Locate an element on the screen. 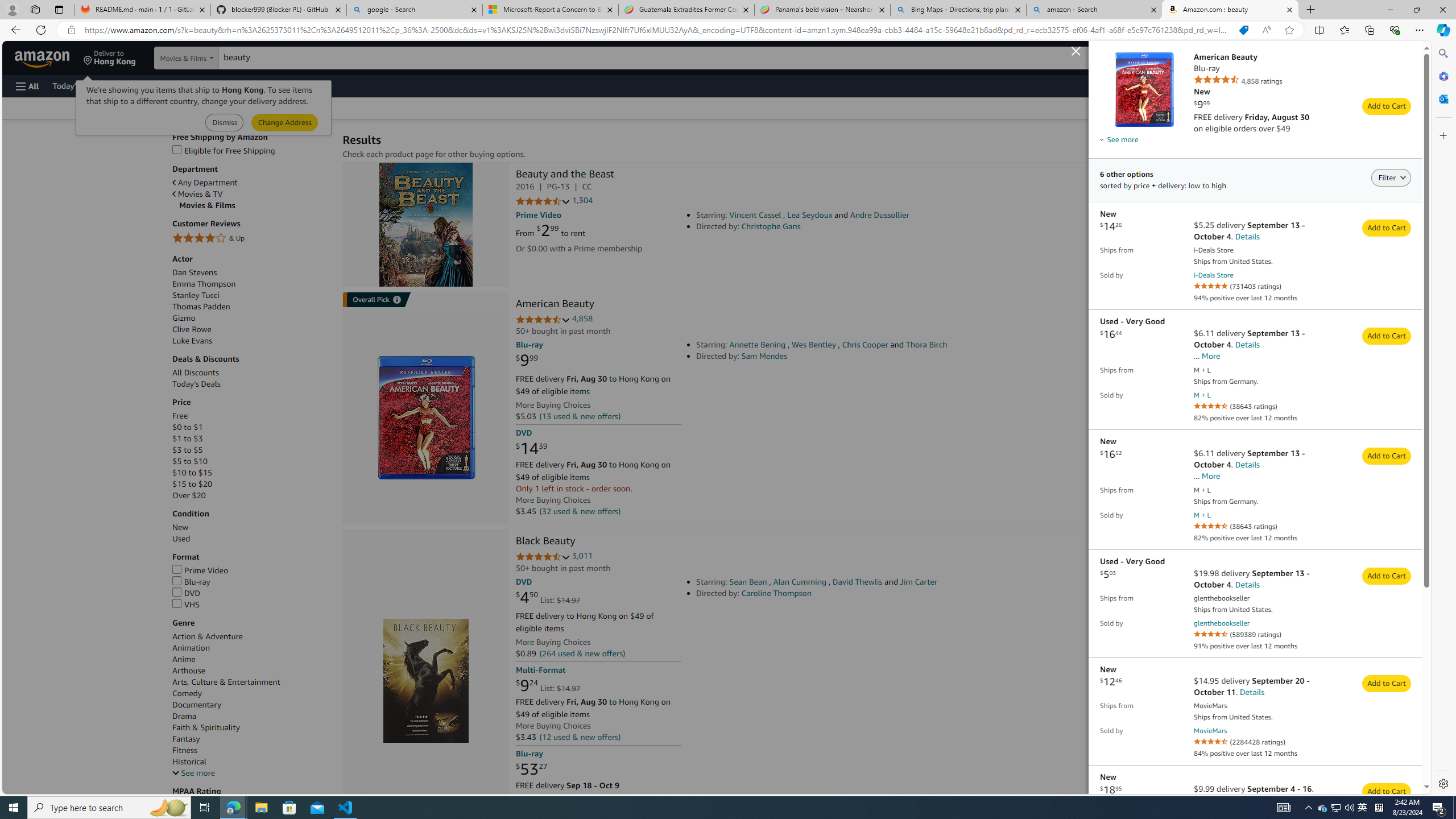 This screenshot has height=819, width=1456. 'Refresh' is located at coordinates (40, 29).